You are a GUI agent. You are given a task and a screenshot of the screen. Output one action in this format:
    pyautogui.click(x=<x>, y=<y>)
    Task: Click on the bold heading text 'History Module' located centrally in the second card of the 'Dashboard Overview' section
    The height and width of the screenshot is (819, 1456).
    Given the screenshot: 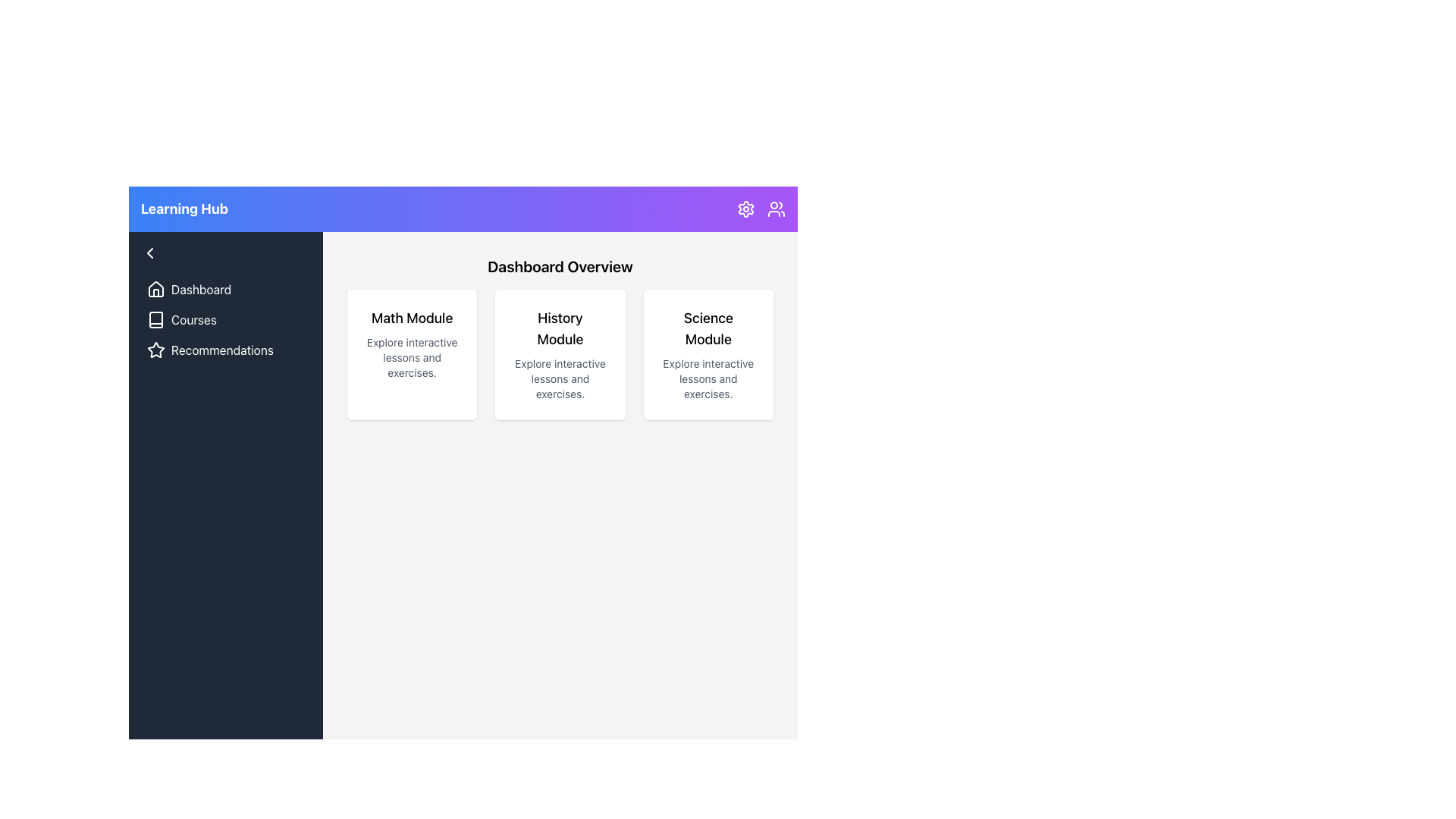 What is the action you would take?
    pyautogui.click(x=560, y=328)
    